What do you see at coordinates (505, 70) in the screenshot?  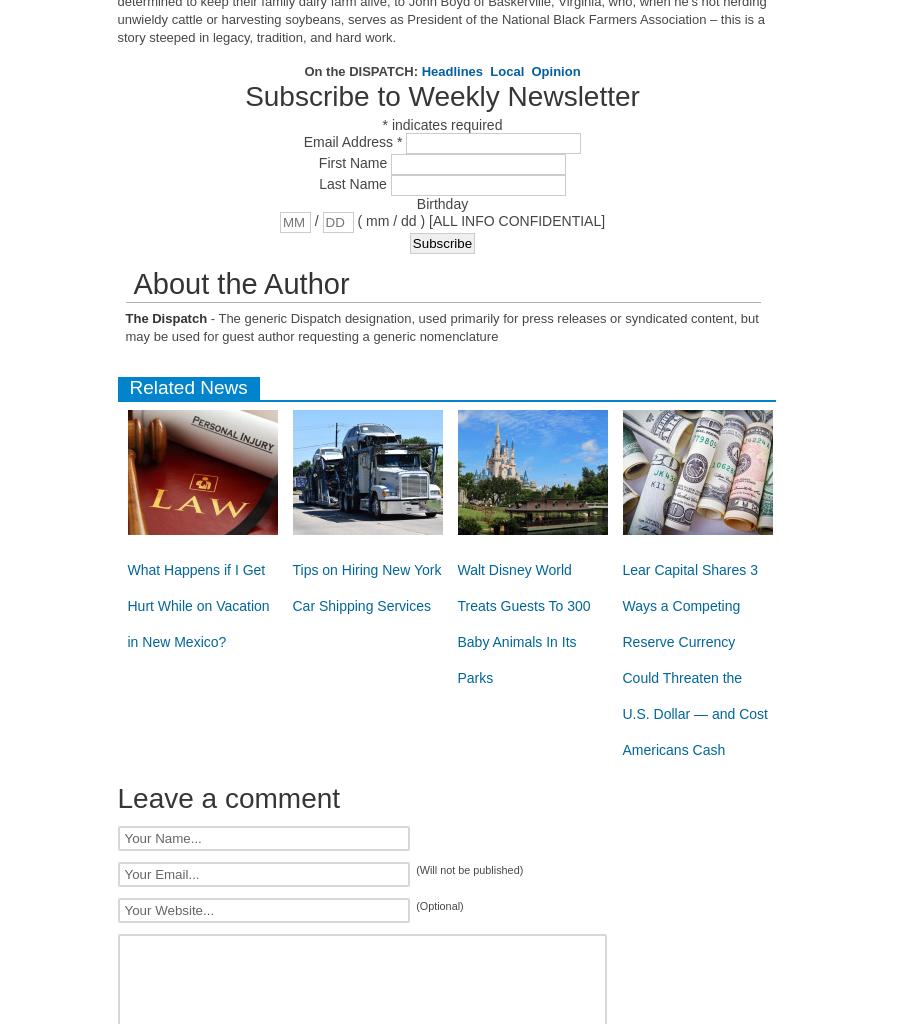 I see `'Local'` at bounding box center [505, 70].